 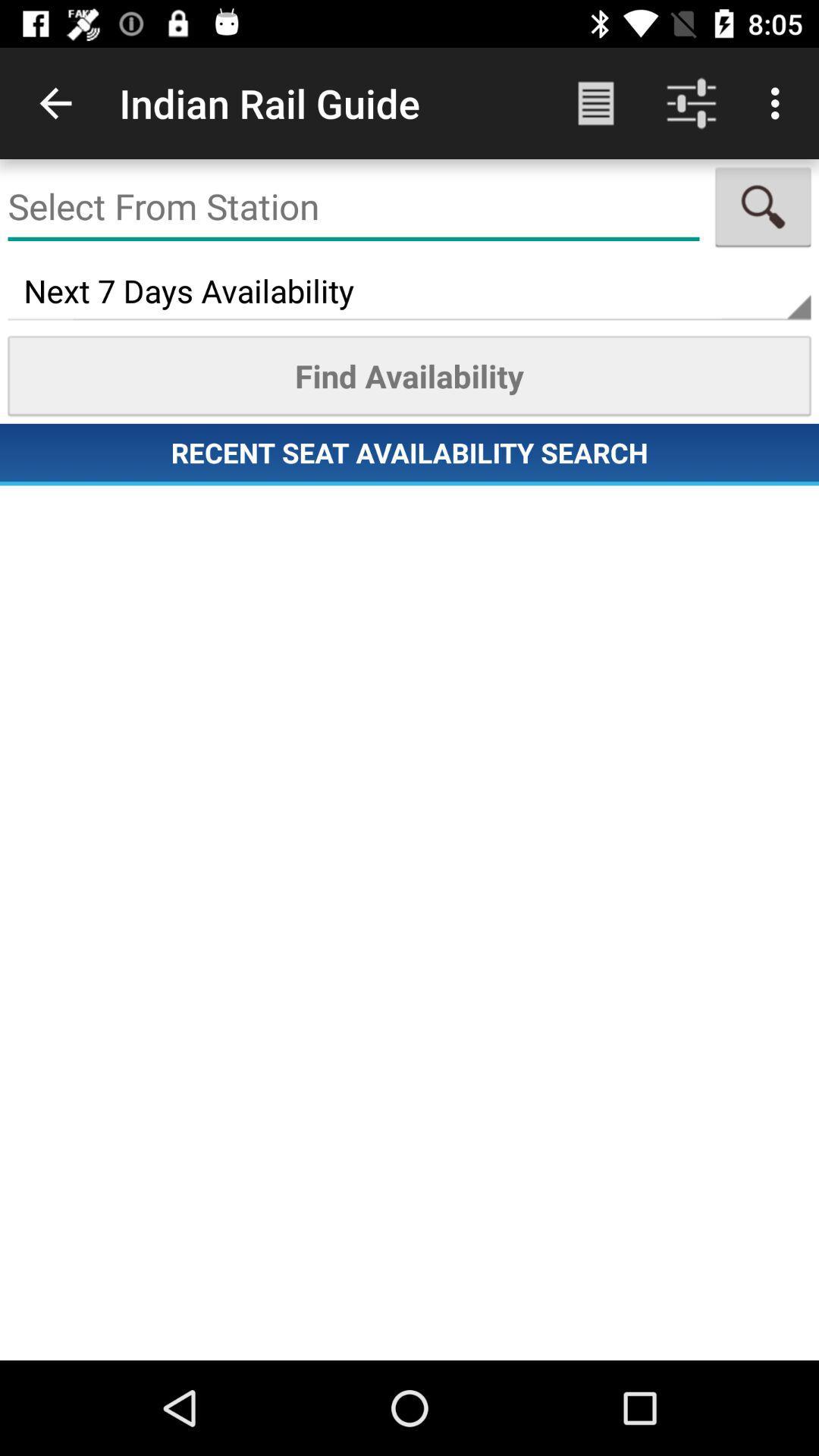 What do you see at coordinates (409, 375) in the screenshot?
I see `the find availability icon` at bounding box center [409, 375].